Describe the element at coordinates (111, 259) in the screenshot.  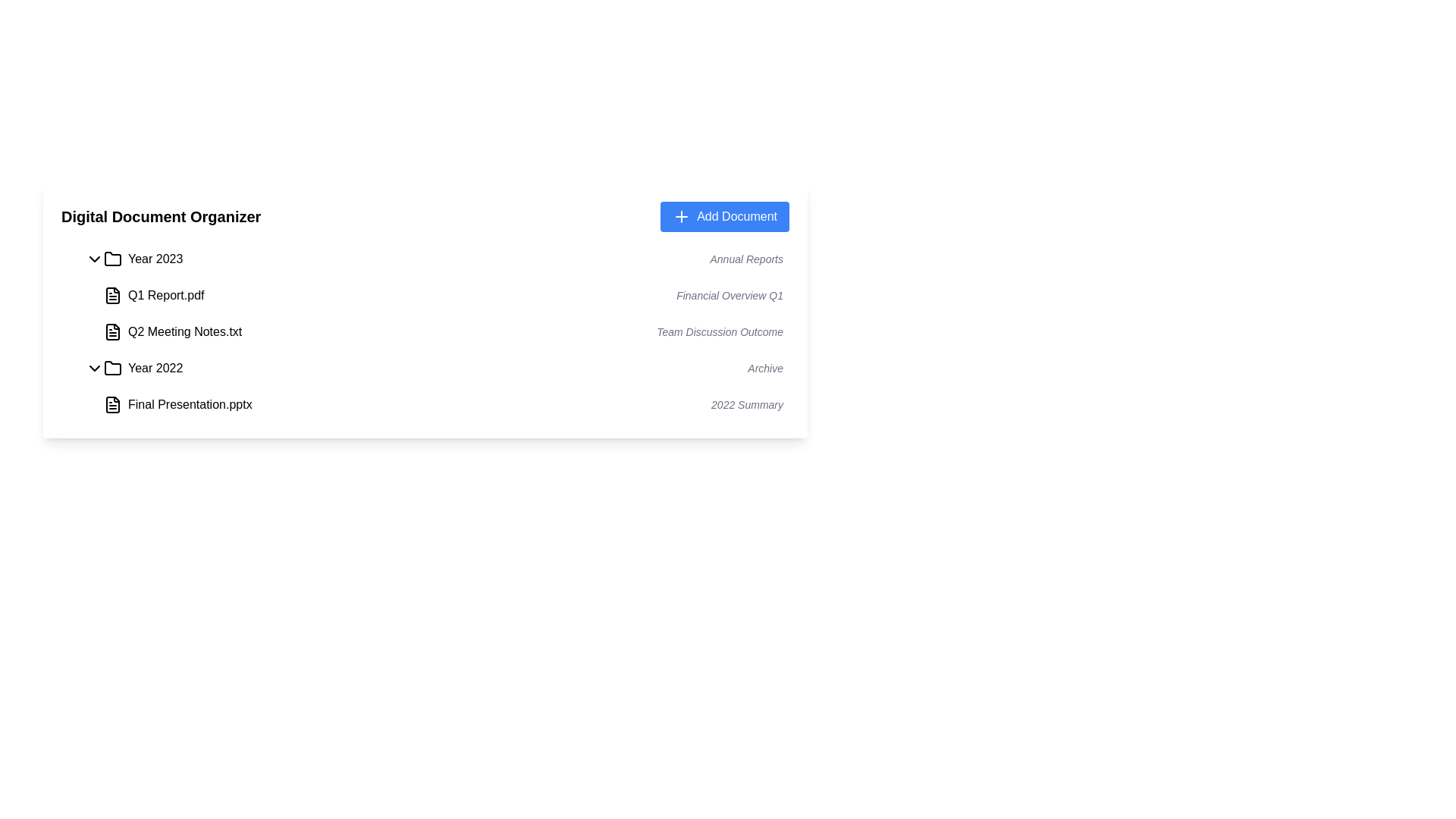
I see `the folder icon representing 'Year 2023'` at that location.